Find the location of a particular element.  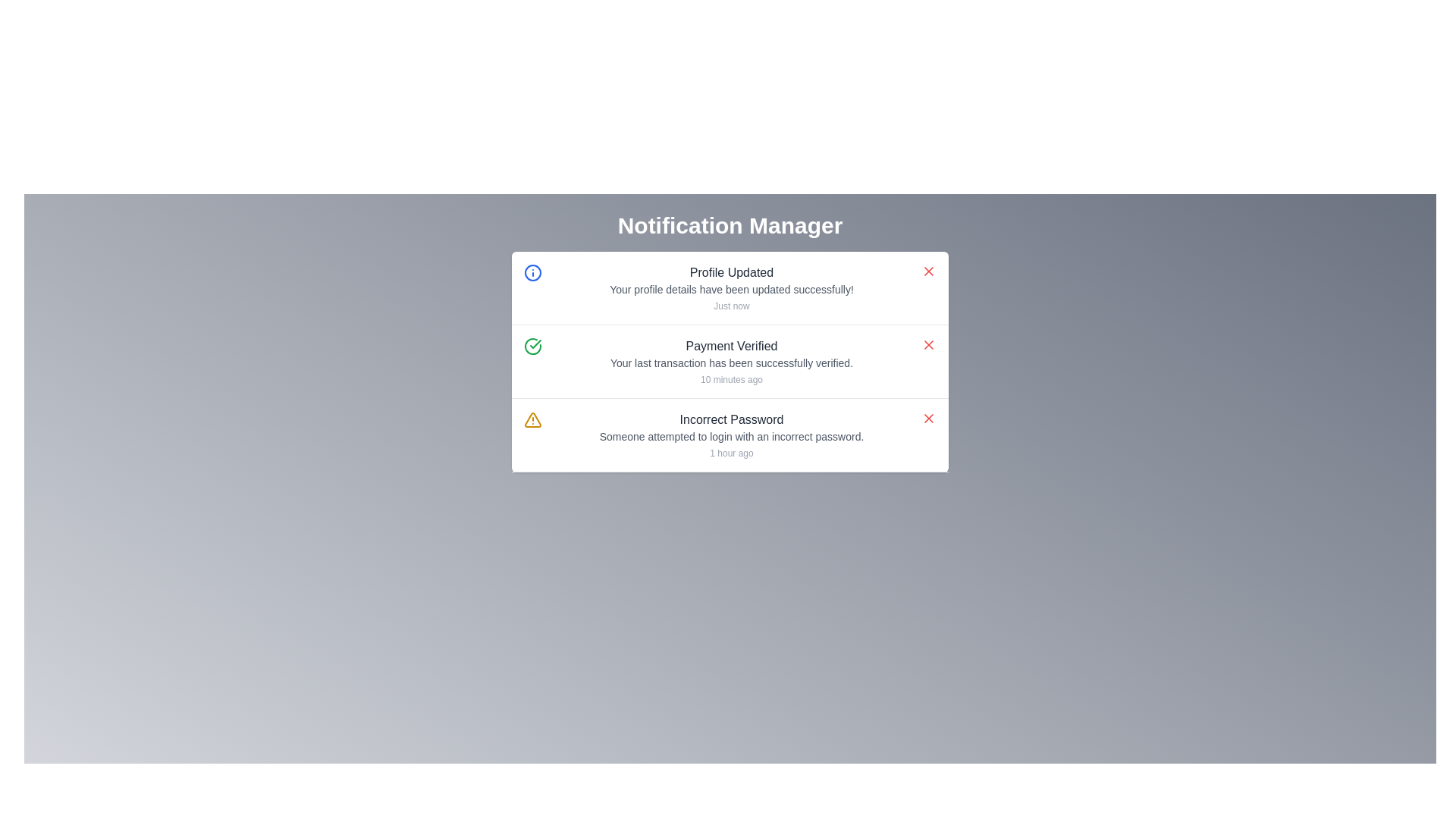

the 'Payment Verified' text block is located at coordinates (731, 346).